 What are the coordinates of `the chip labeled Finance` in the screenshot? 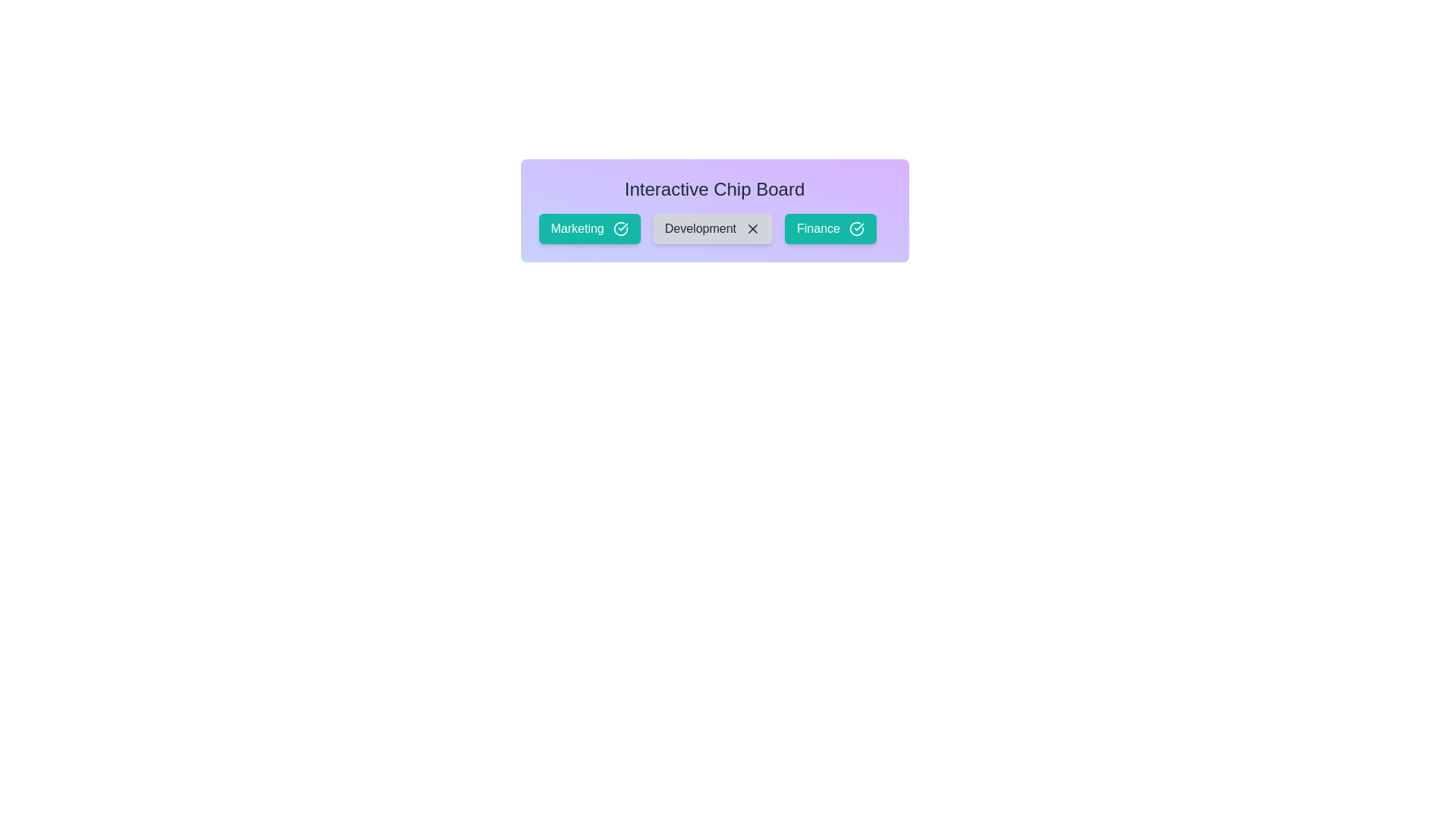 It's located at (830, 228).